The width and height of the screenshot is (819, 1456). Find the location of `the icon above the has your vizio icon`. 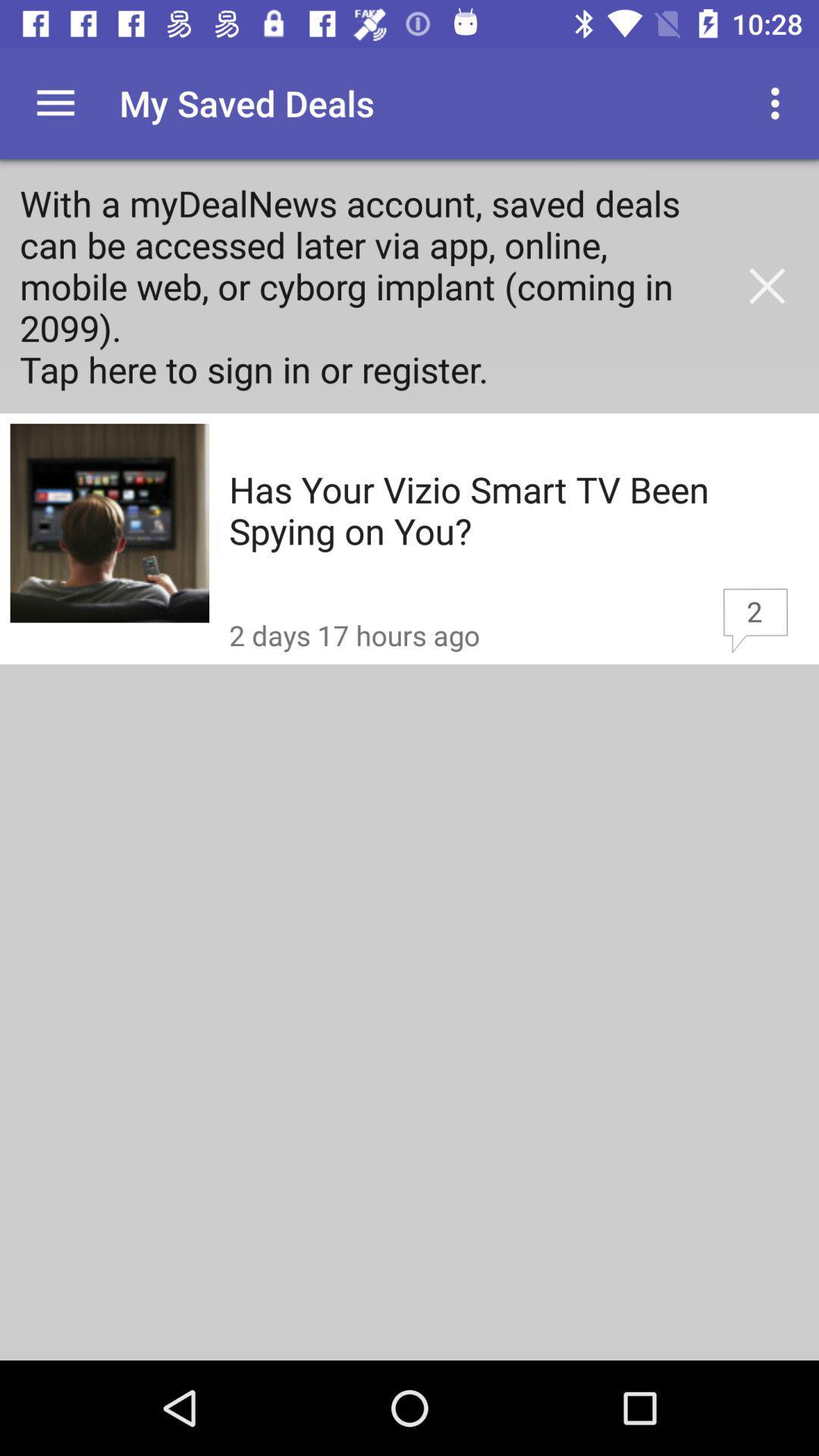

the icon above the has your vizio icon is located at coordinates (767, 286).